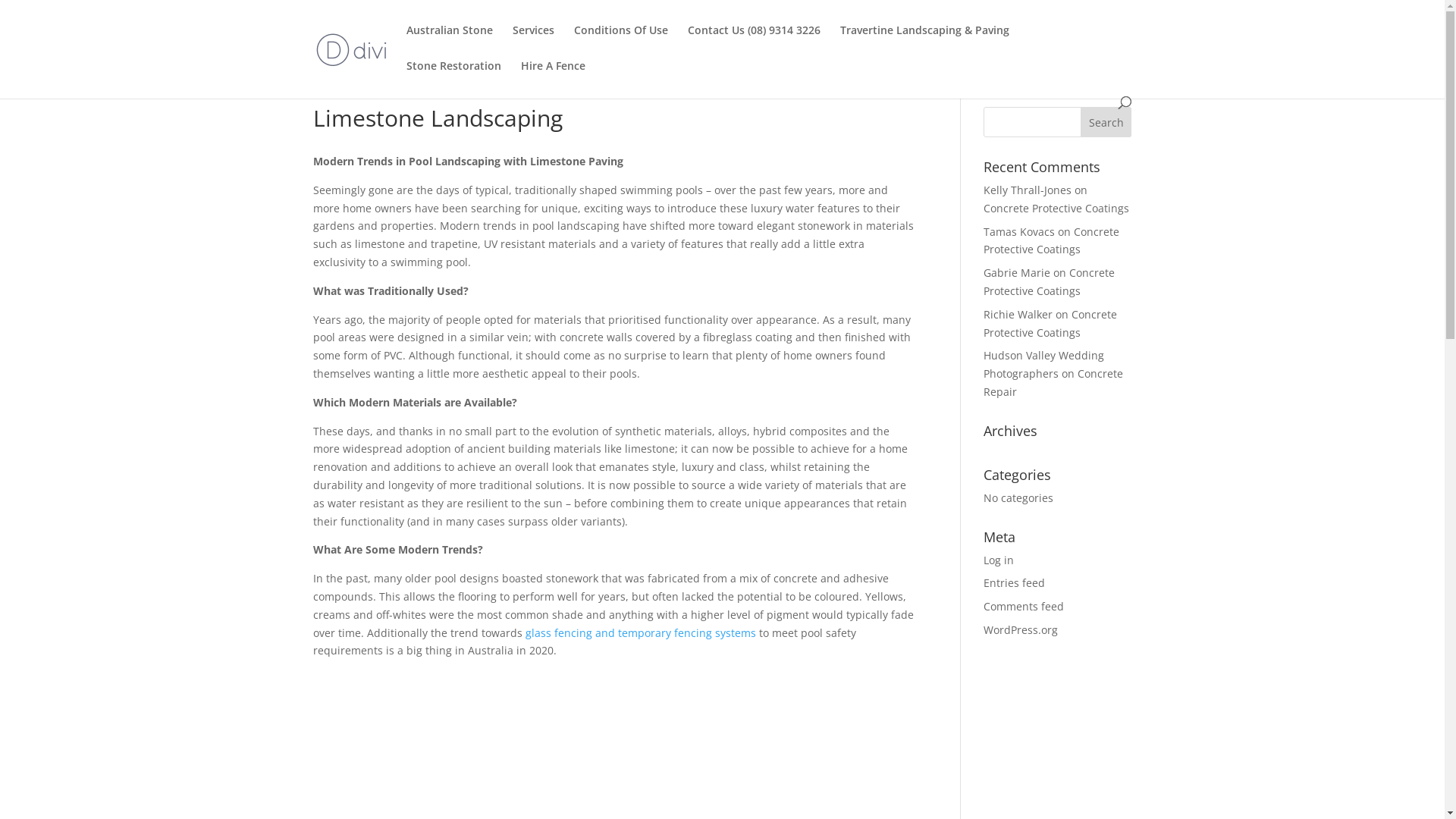 This screenshot has height=819, width=1456. Describe the element at coordinates (998, 560) in the screenshot. I see `'Log in'` at that location.